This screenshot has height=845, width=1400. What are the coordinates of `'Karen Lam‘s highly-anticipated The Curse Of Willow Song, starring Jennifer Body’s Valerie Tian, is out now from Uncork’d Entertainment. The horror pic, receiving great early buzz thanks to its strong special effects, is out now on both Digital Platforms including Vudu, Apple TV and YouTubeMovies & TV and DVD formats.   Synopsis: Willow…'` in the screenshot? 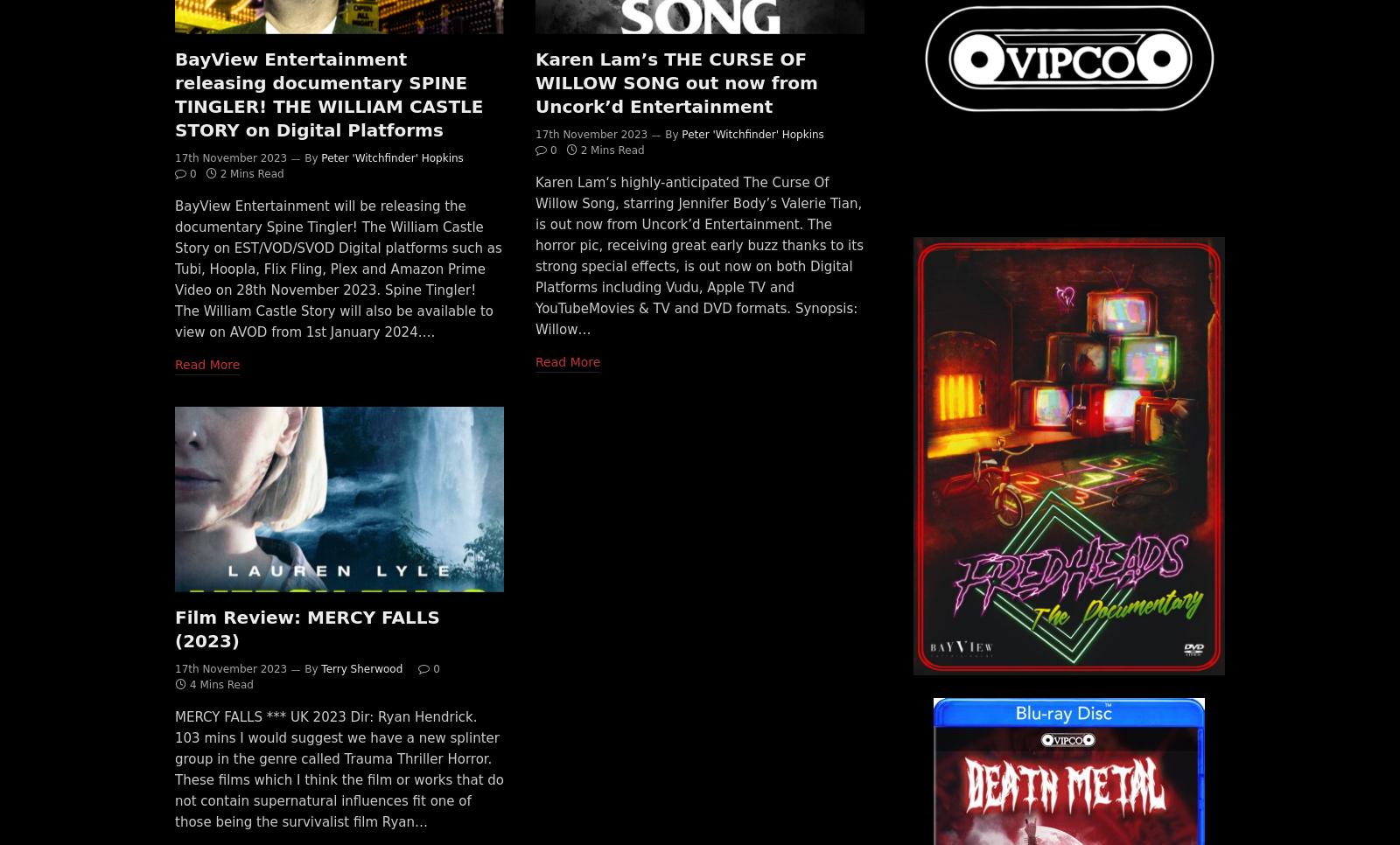 It's located at (699, 255).